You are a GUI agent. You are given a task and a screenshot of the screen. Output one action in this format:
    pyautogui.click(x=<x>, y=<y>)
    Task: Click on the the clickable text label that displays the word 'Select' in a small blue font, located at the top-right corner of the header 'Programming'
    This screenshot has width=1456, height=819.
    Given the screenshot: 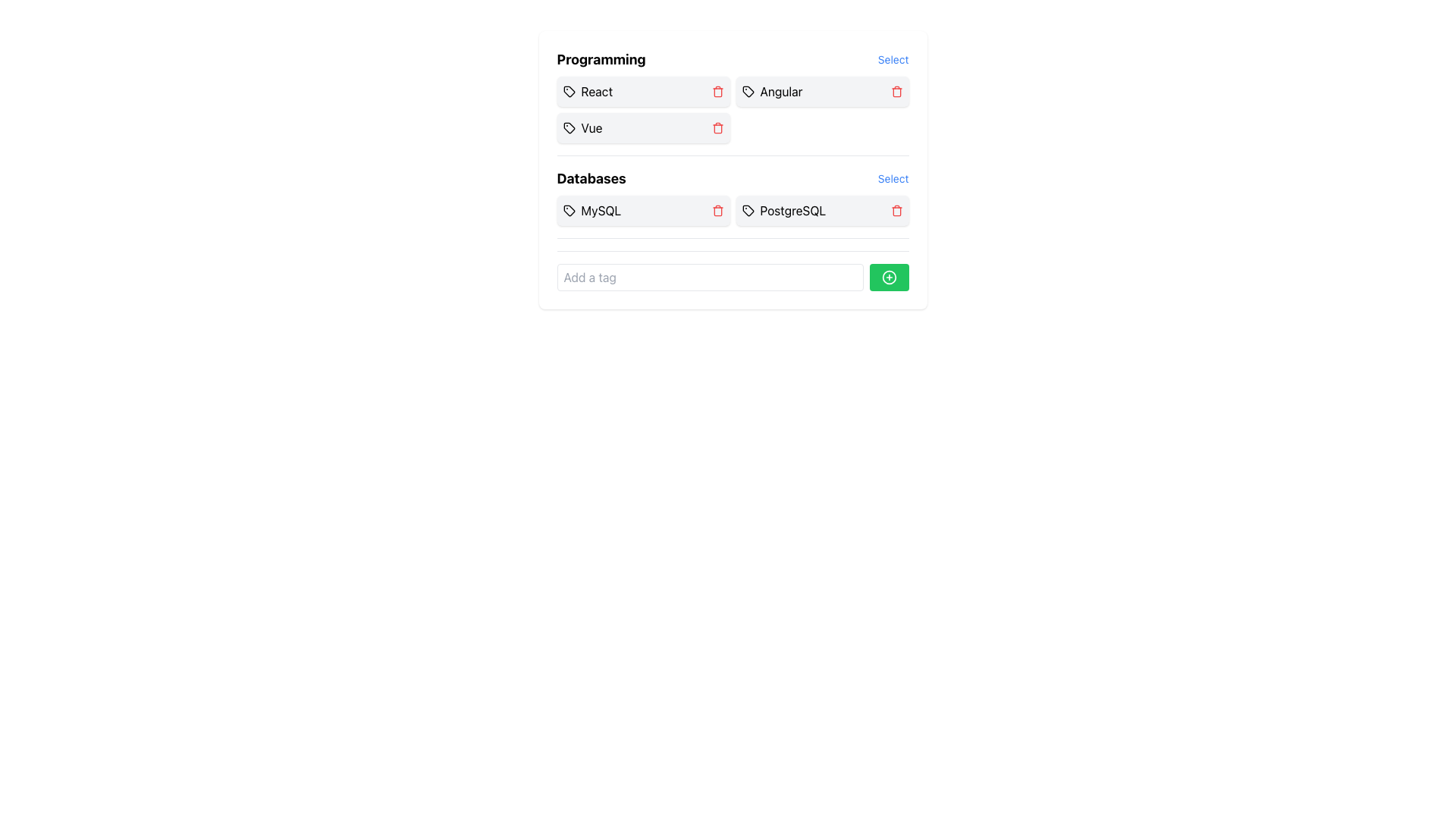 What is the action you would take?
    pyautogui.click(x=893, y=58)
    